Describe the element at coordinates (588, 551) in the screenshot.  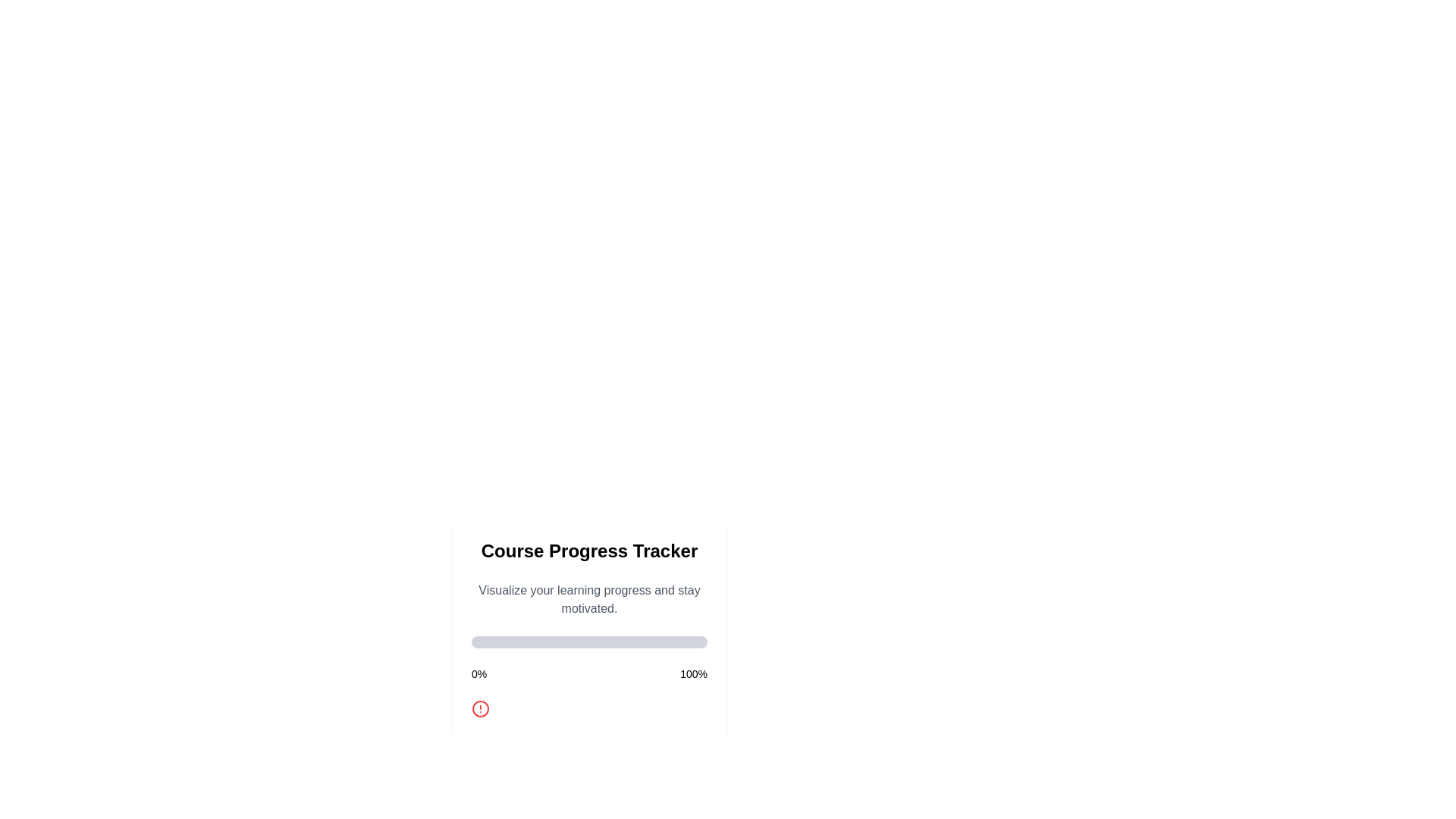
I see `the Text block that serves as the title for the 'Course Progress Tracker' interface, located at the top of the card` at that location.